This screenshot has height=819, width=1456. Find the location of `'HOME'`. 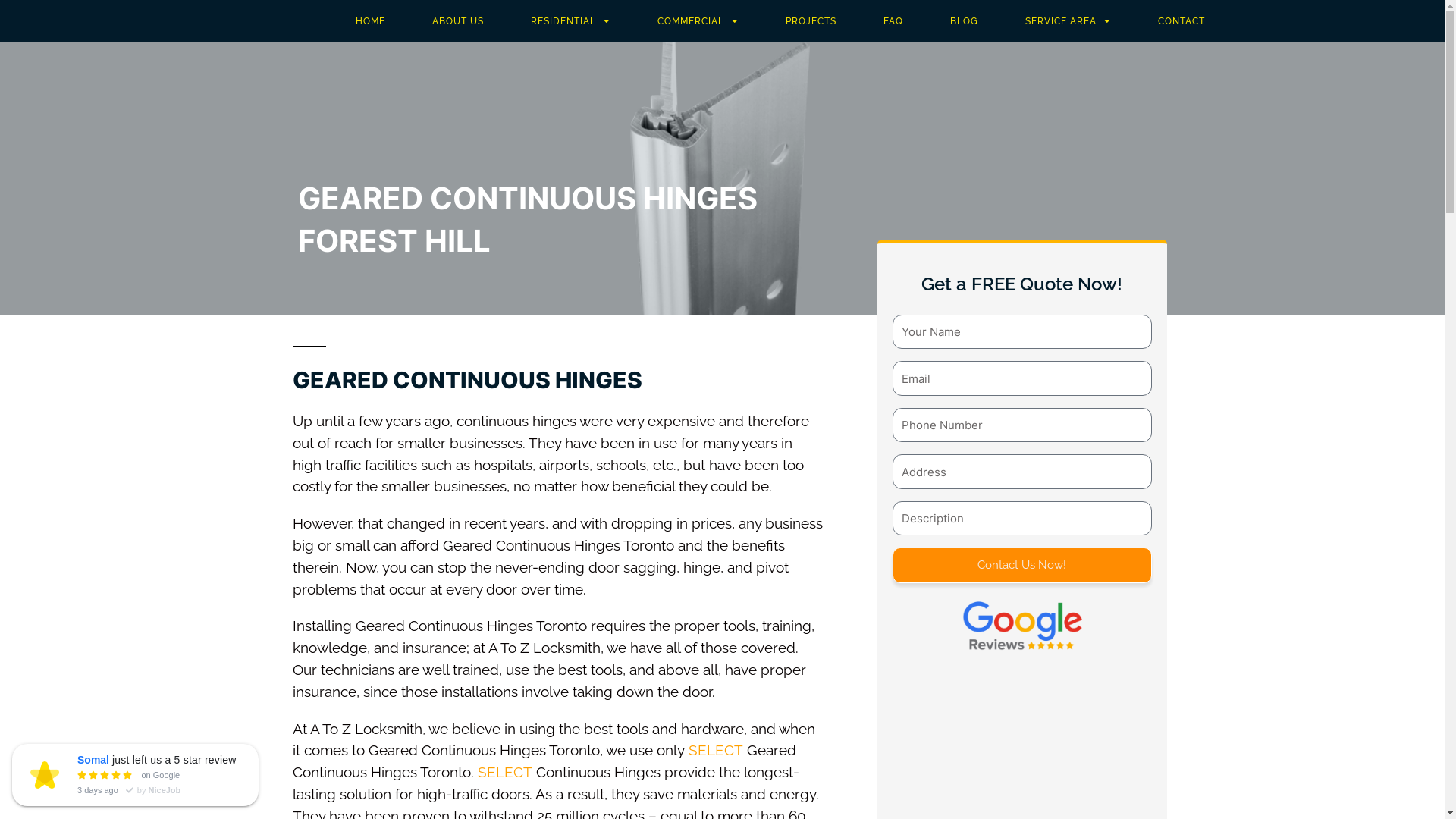

'HOME' is located at coordinates (370, 20).